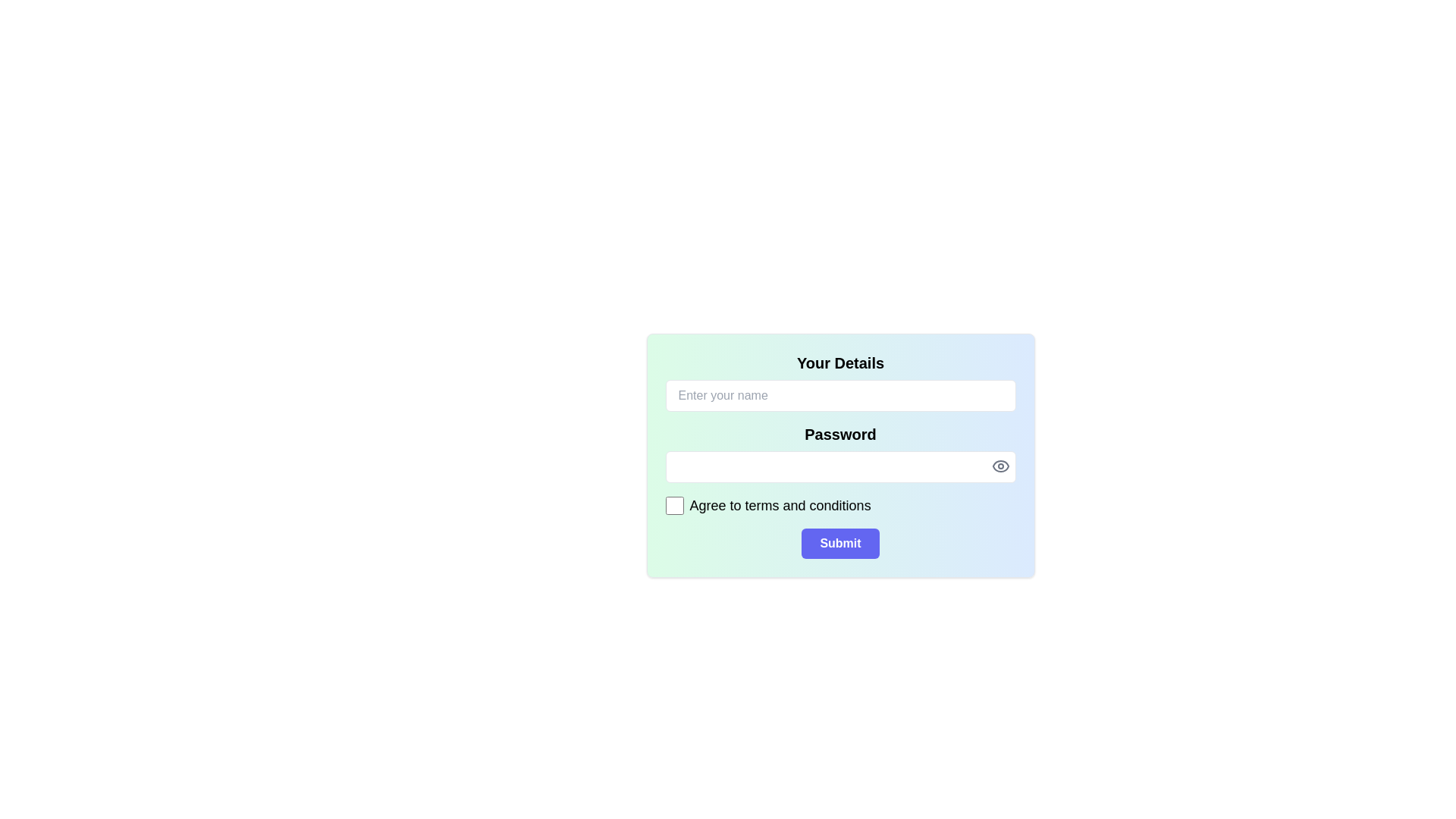  I want to click on the 'Password' label input field, so click(839, 452).